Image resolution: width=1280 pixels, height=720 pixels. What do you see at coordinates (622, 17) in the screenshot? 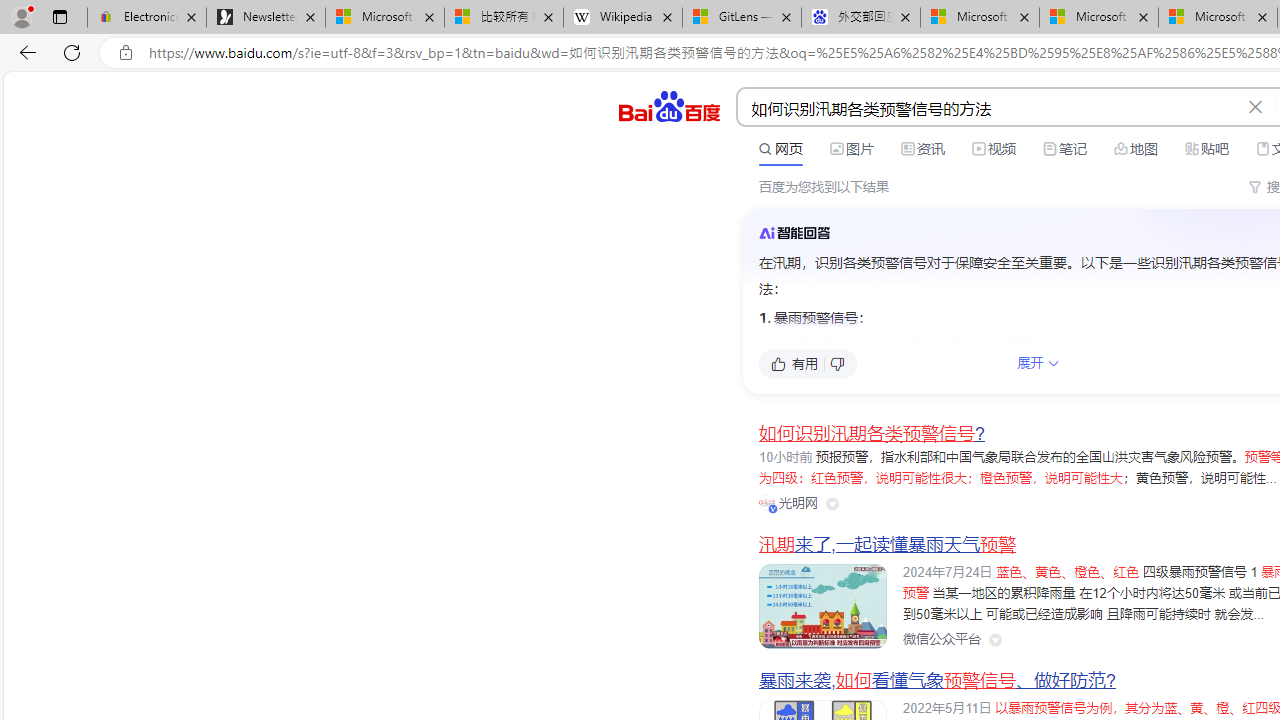
I see `'Wikipedia'` at bounding box center [622, 17].